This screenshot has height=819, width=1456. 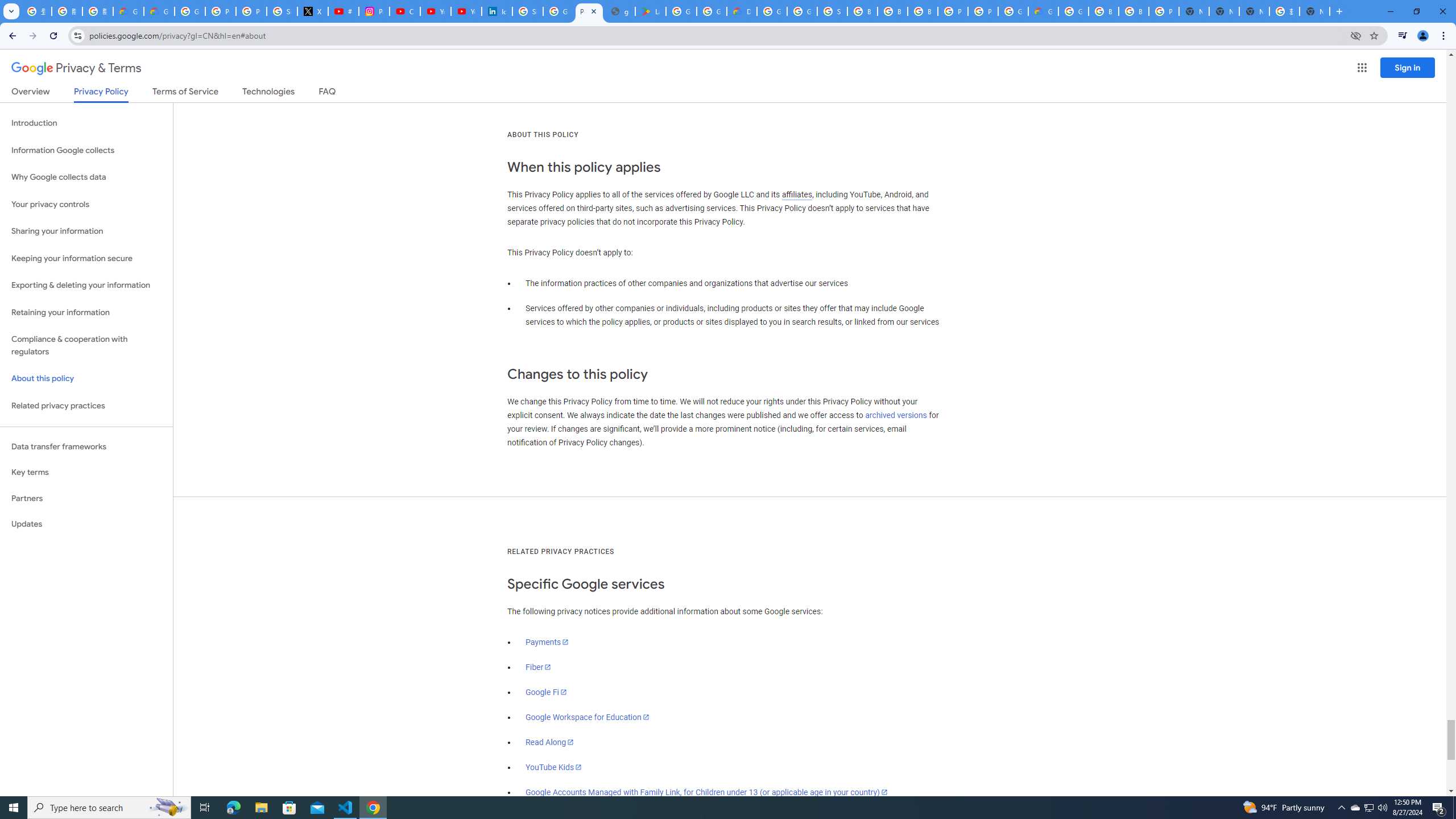 I want to click on 'Data transfer frameworks', so click(x=86, y=446).